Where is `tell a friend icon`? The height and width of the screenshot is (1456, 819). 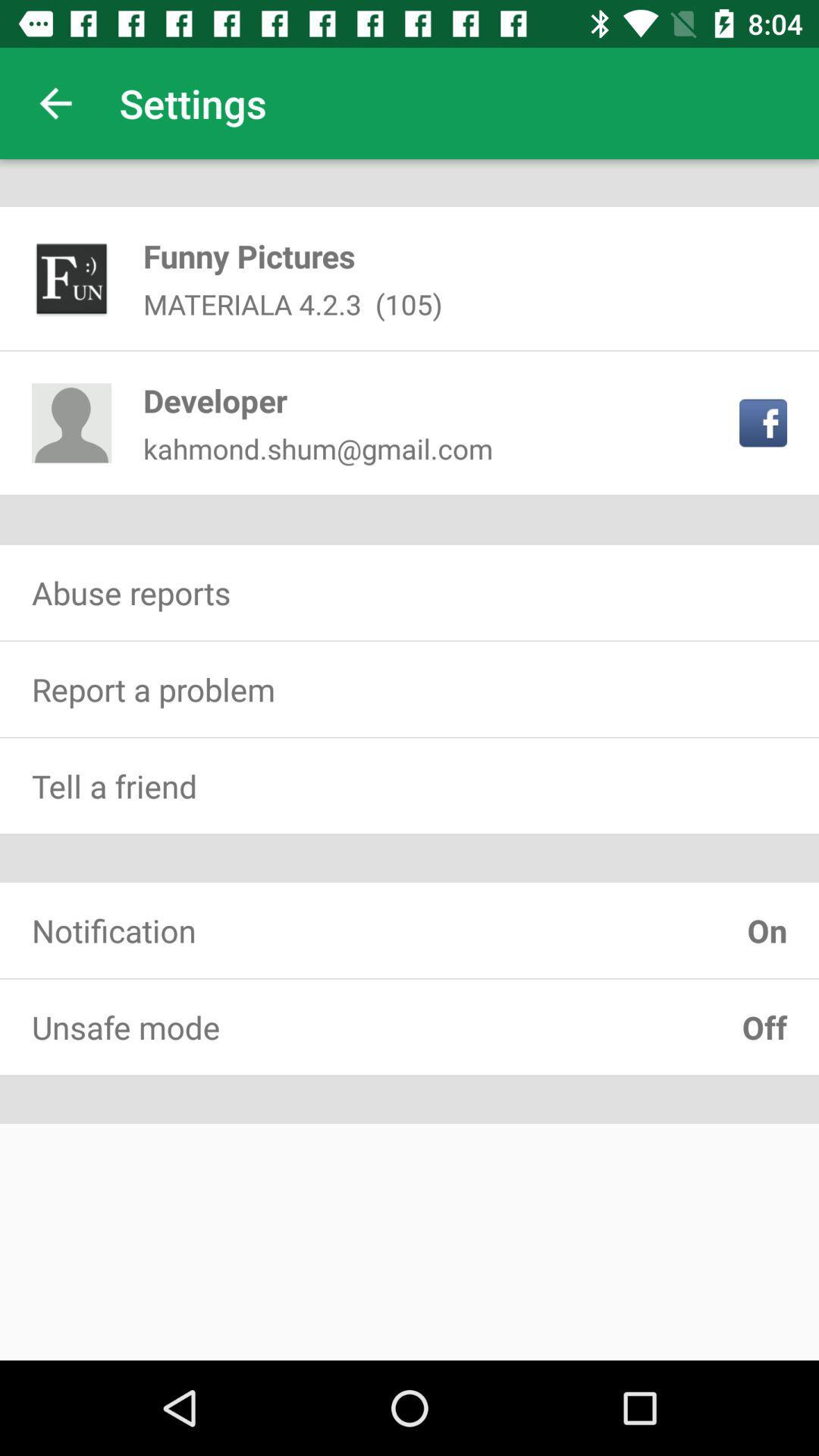 tell a friend icon is located at coordinates (409, 786).